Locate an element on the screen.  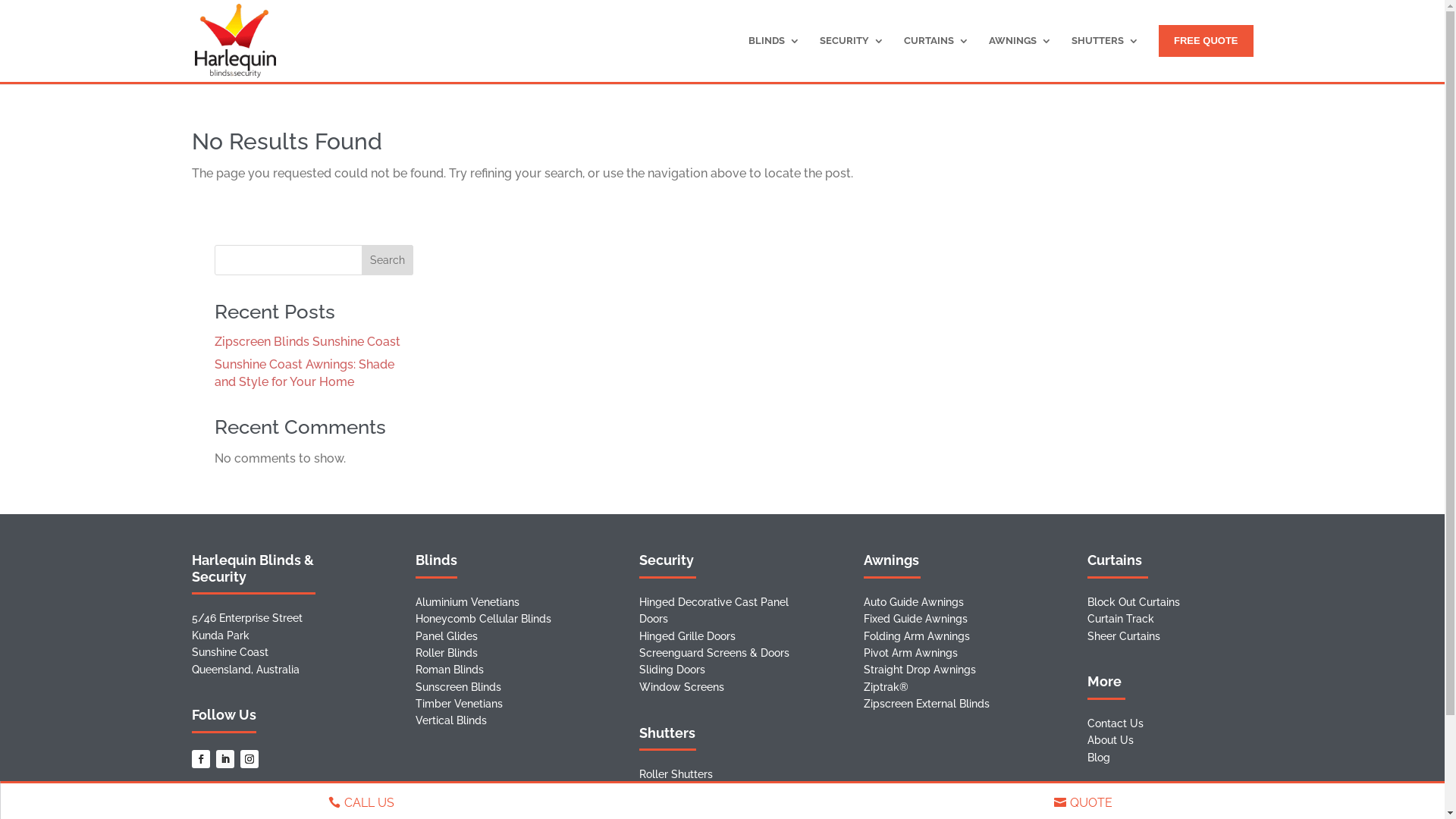
'Vertical Blinds' is located at coordinates (450, 719).